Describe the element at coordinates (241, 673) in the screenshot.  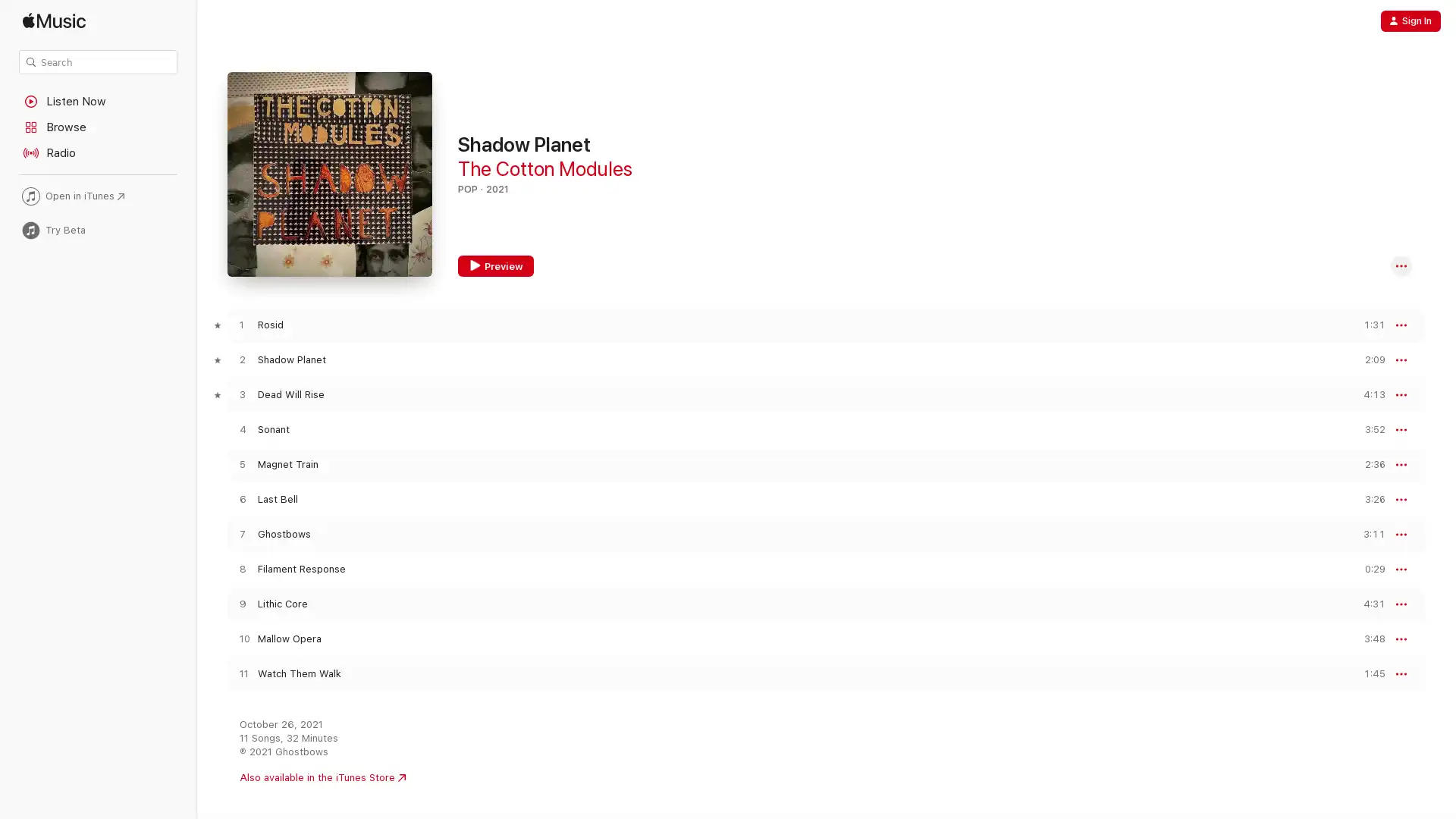
I see `Play` at that location.